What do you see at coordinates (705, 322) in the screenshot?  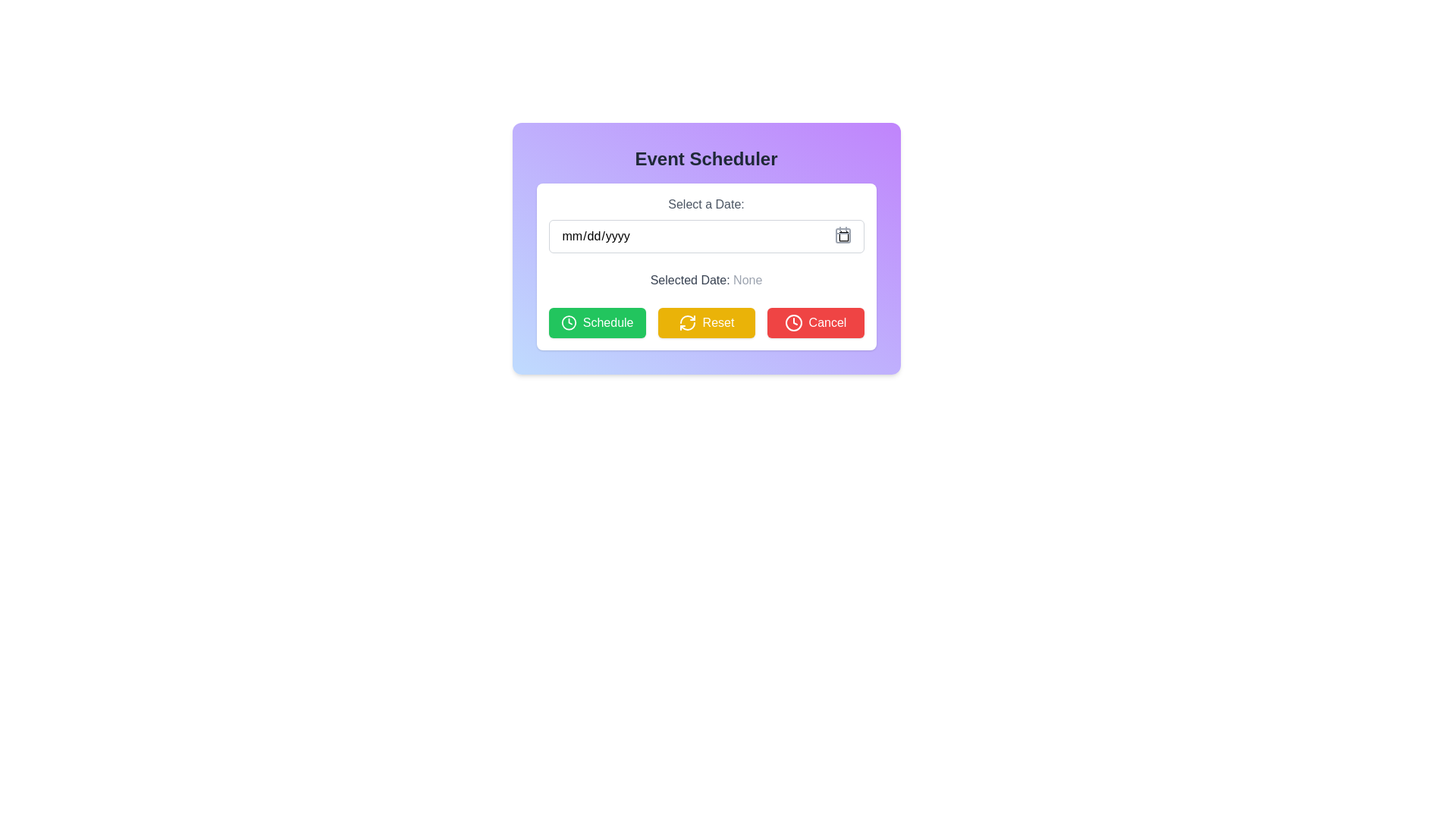 I see `the 'Reset' button located in the 'Event Scheduler' card to reset the selected data` at bounding box center [705, 322].